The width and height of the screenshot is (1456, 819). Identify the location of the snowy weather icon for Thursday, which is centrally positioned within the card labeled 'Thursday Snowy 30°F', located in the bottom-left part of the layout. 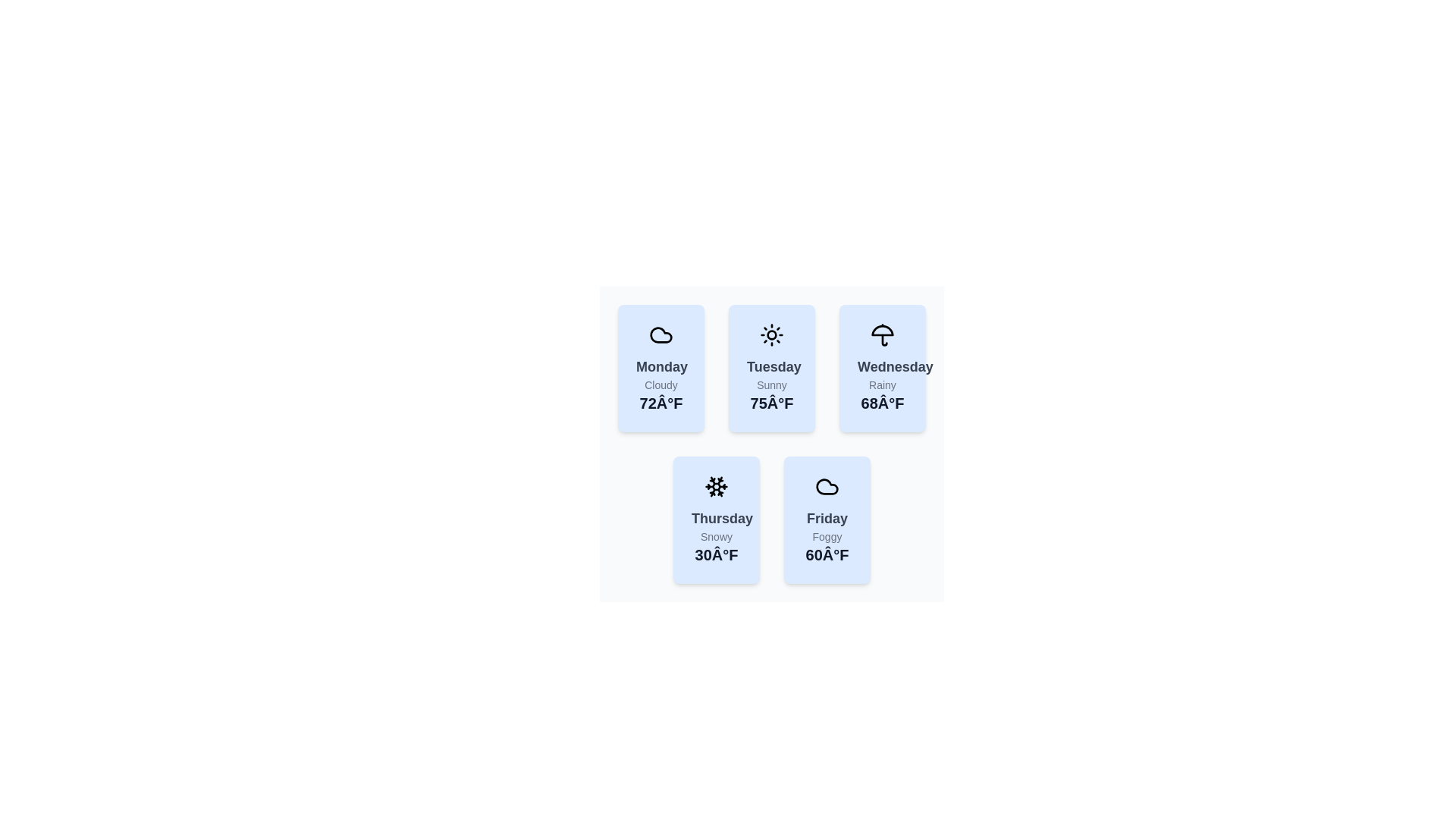
(716, 486).